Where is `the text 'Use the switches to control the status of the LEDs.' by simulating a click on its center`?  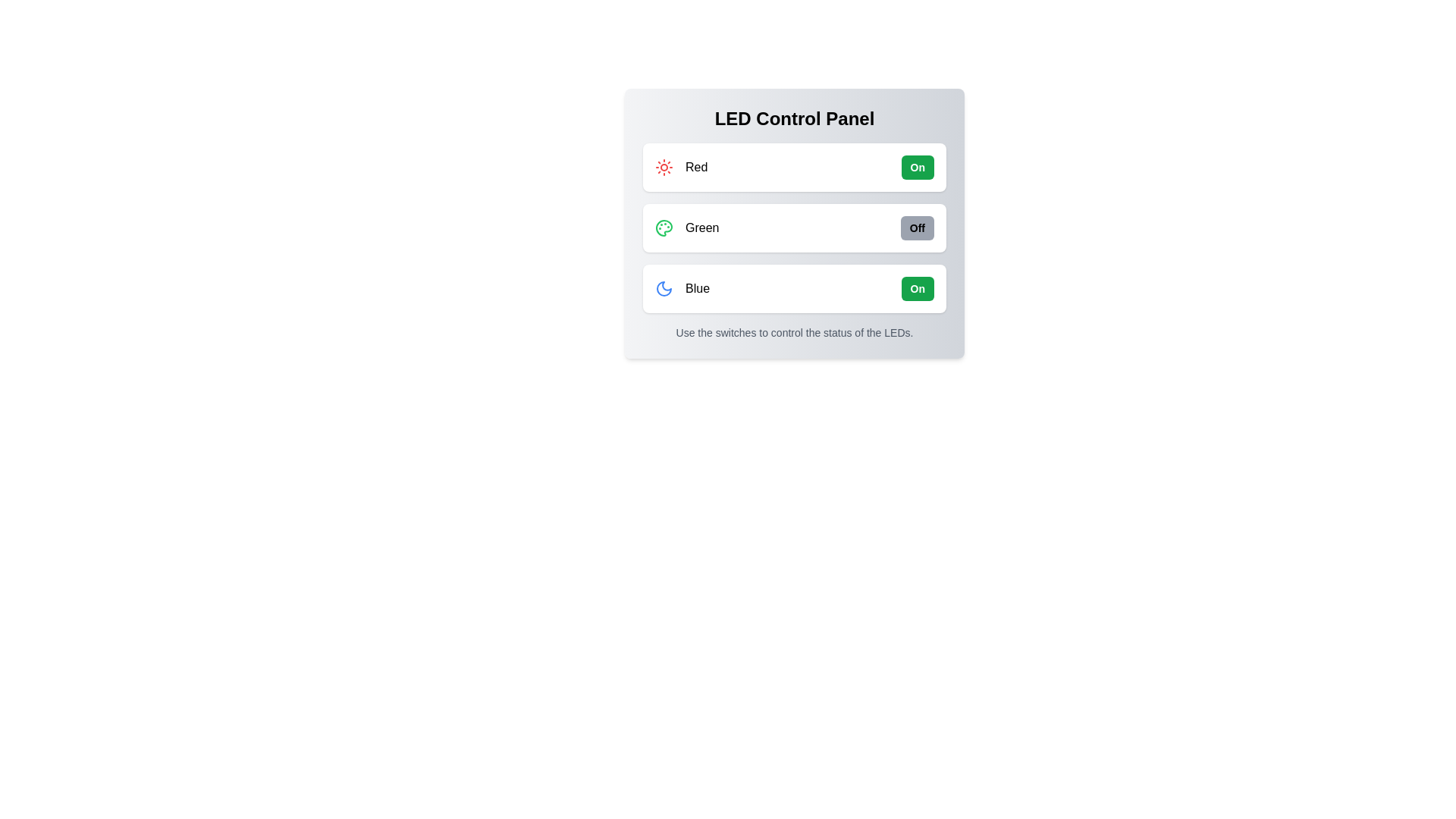
the text 'Use the switches to control the status of the LEDs.' by simulating a click on its center is located at coordinates (793, 332).